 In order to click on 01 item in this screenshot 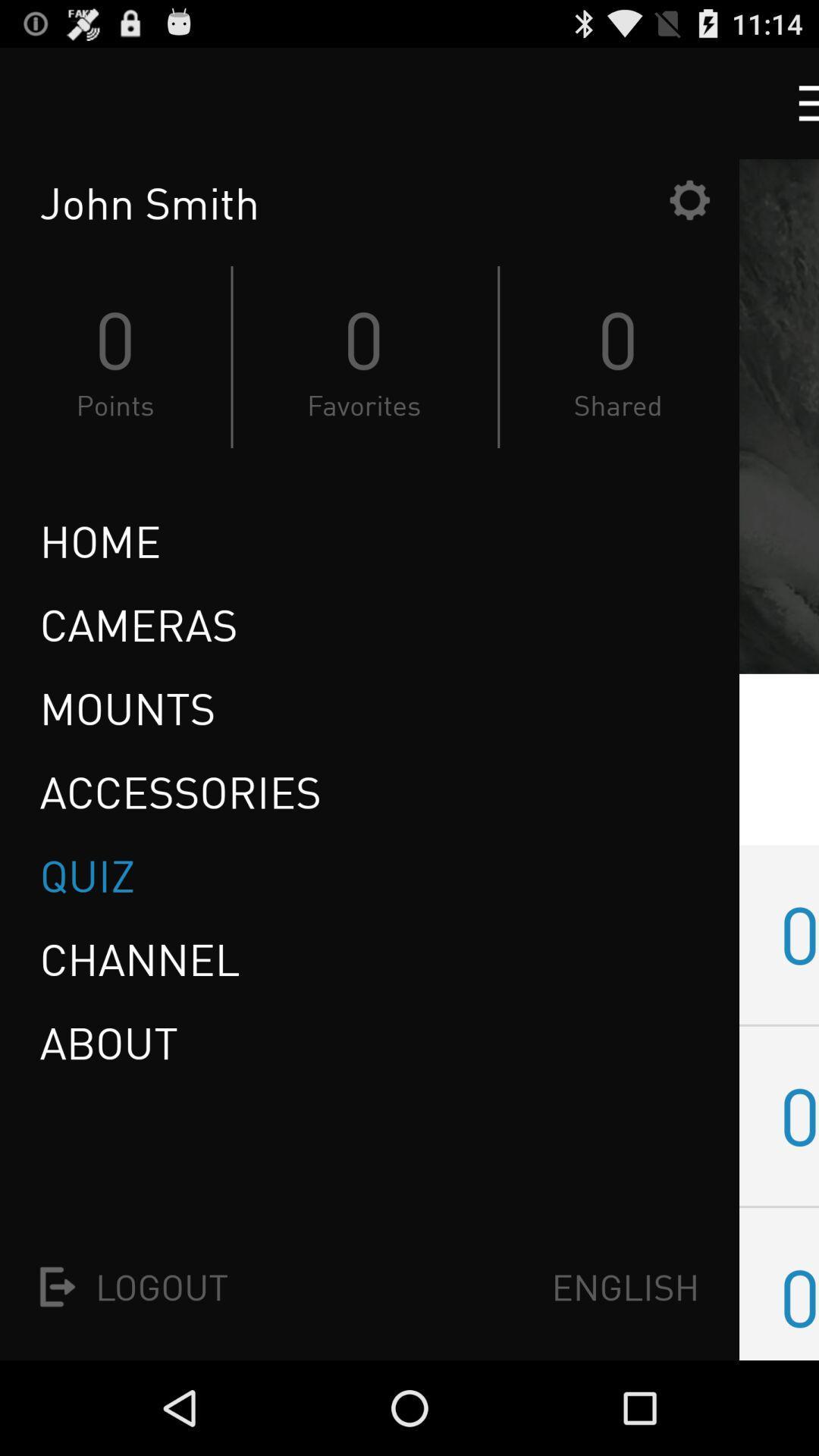, I will do `click(798, 934)`.